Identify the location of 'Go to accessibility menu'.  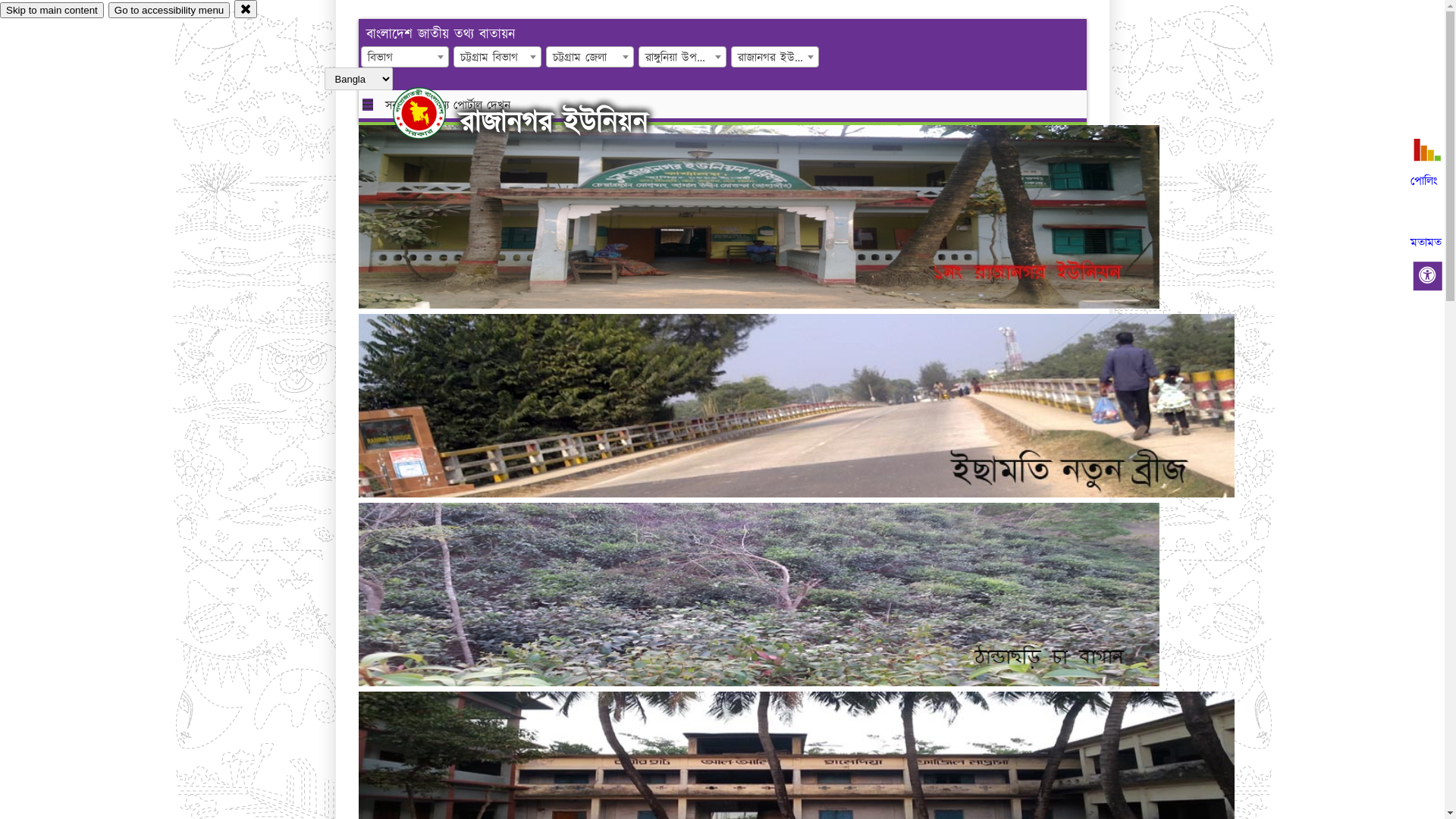
(168, 10).